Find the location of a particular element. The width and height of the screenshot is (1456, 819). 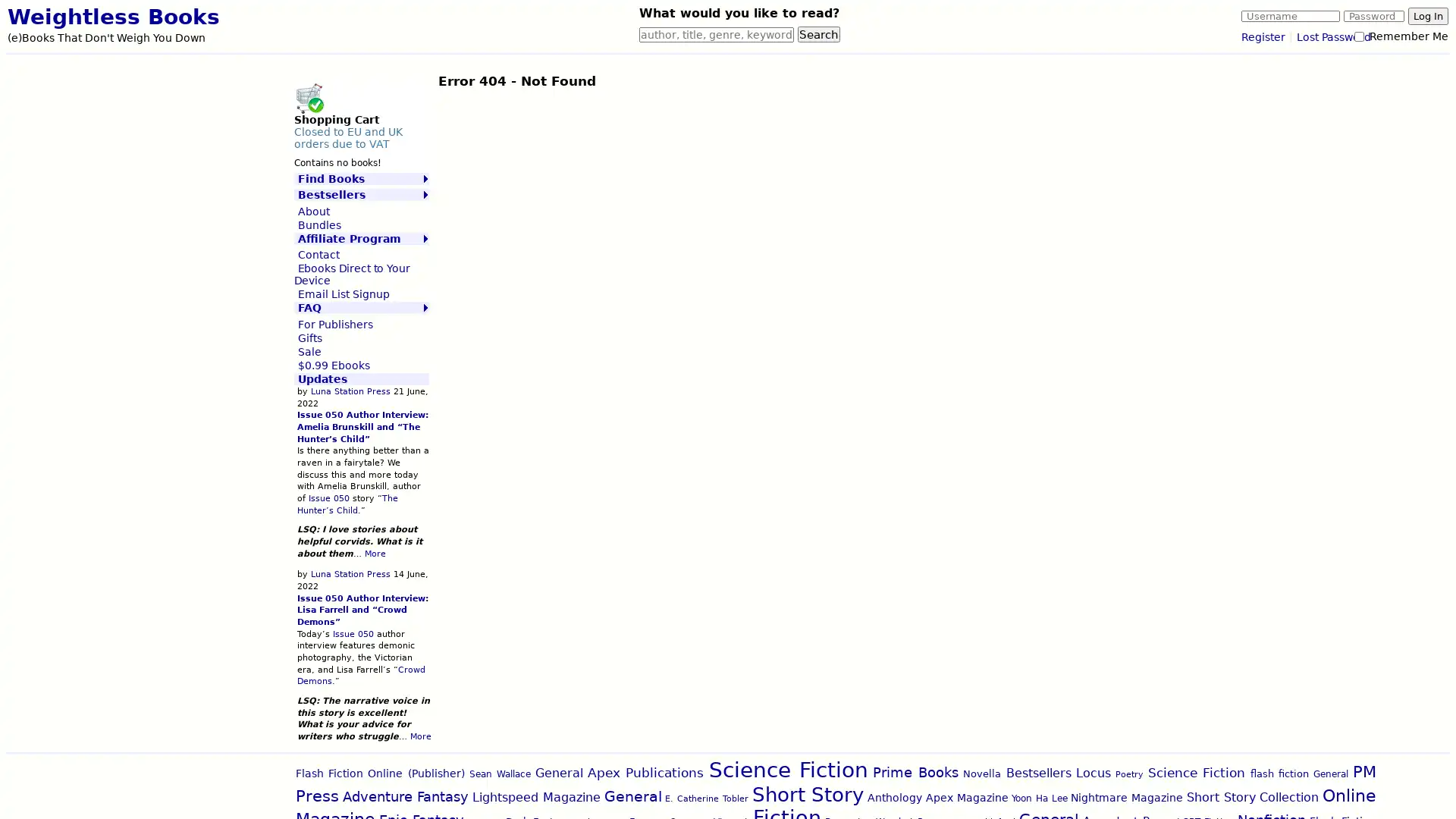

Log In is located at coordinates (1427, 16).